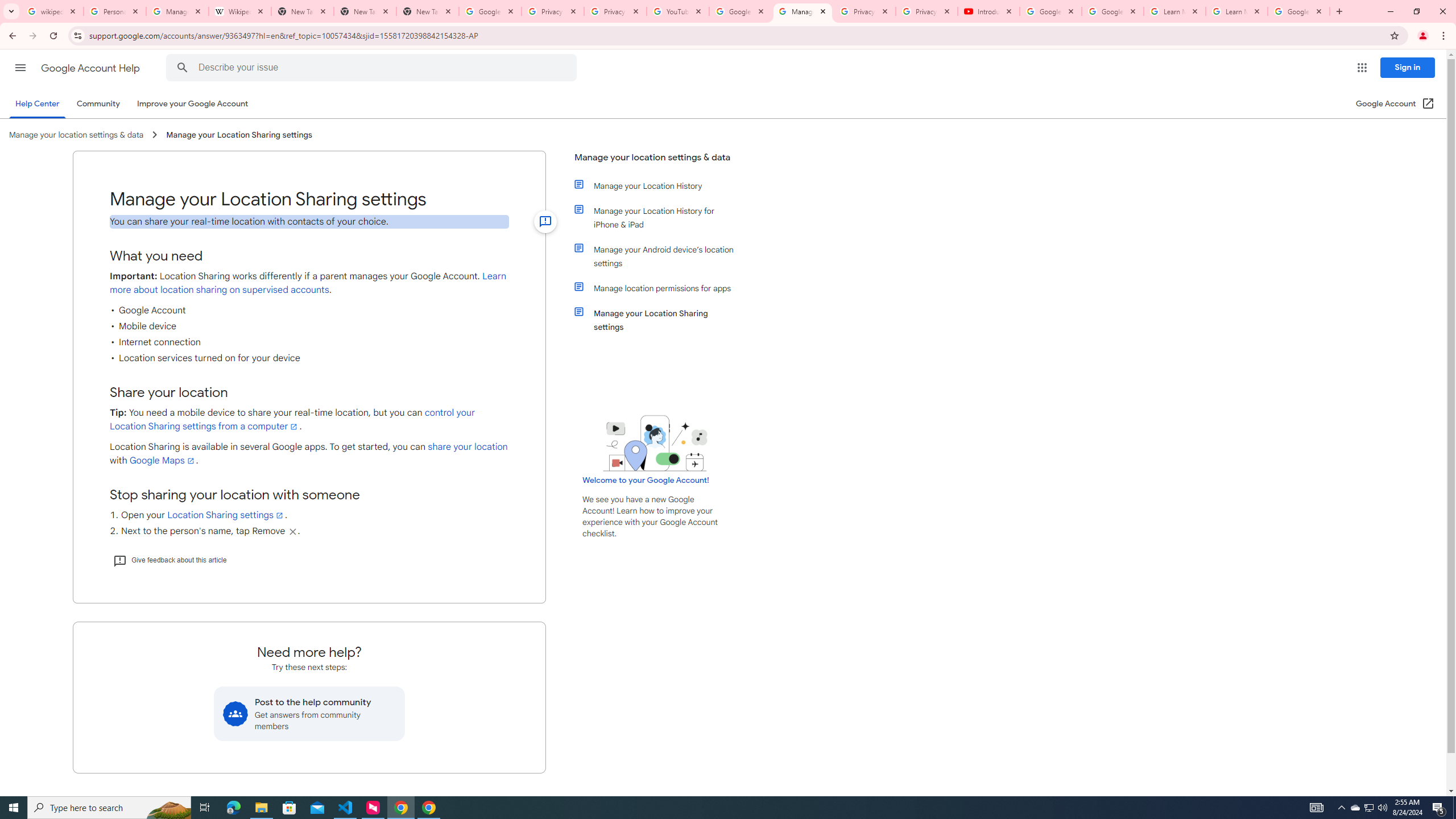 This screenshot has height=819, width=1456. What do you see at coordinates (661, 287) in the screenshot?
I see `'Manage location permissions for apps'` at bounding box center [661, 287].